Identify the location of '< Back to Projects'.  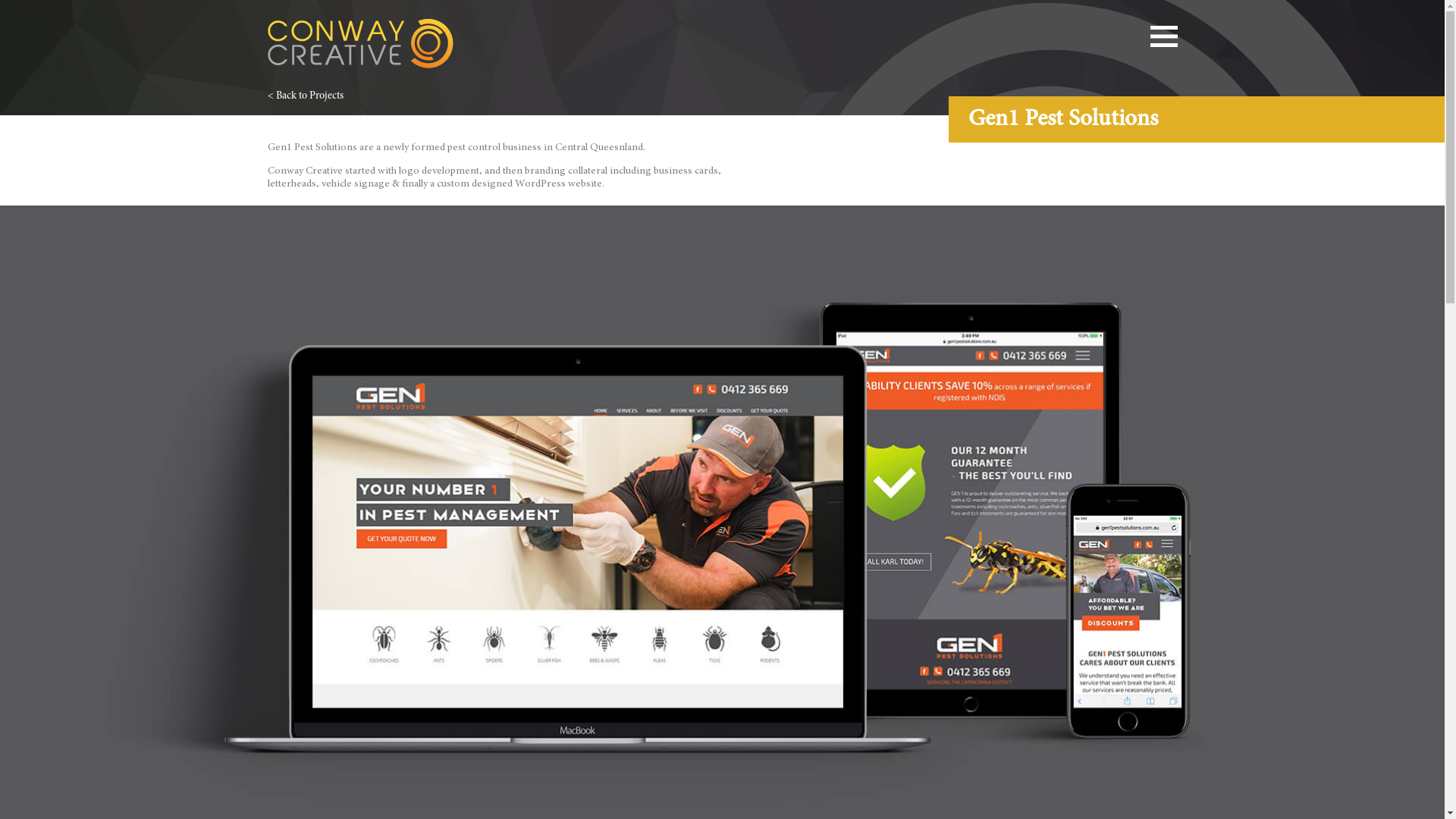
(304, 96).